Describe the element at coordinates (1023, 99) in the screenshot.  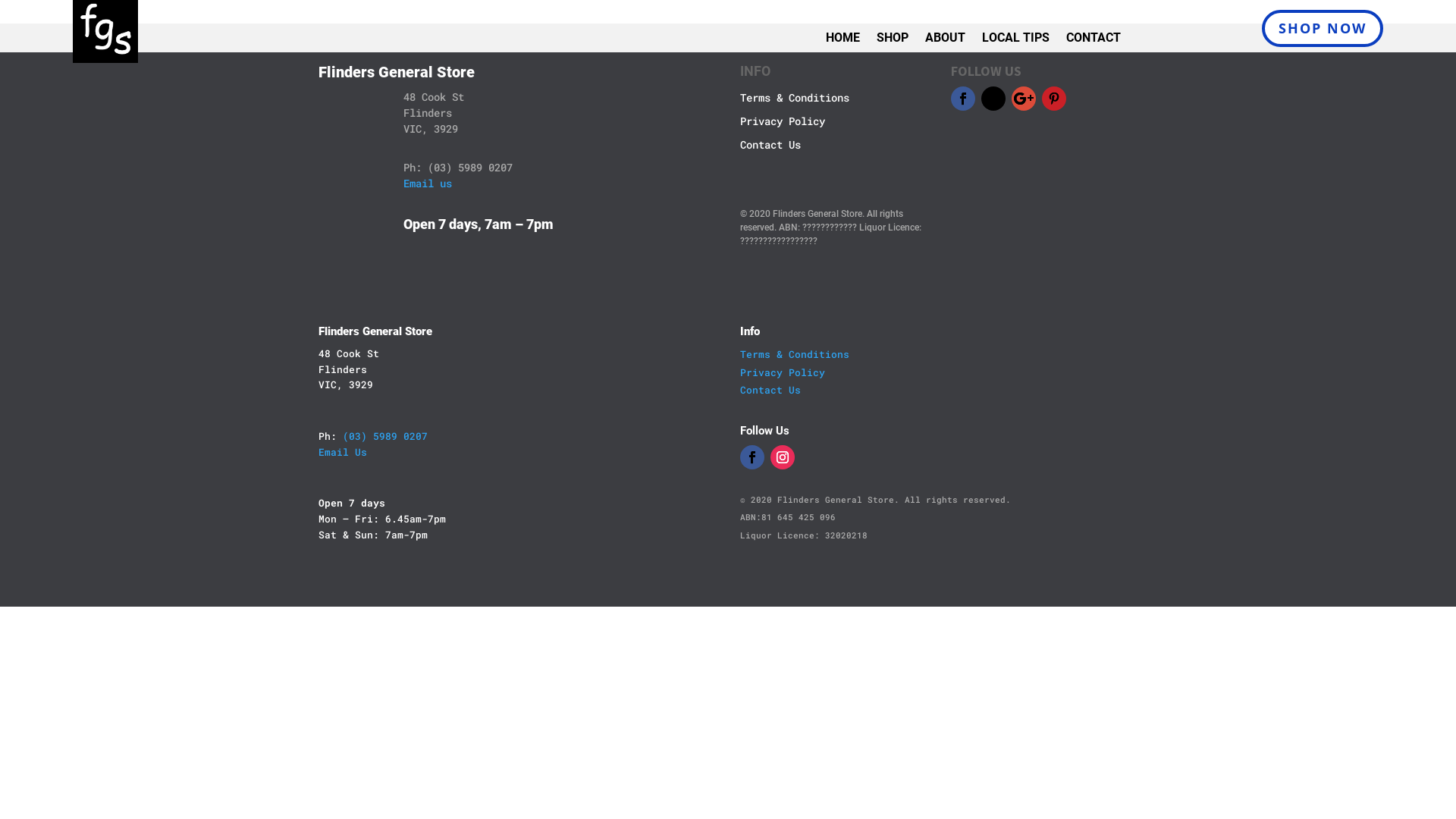
I see `'Follow on Google+'` at that location.